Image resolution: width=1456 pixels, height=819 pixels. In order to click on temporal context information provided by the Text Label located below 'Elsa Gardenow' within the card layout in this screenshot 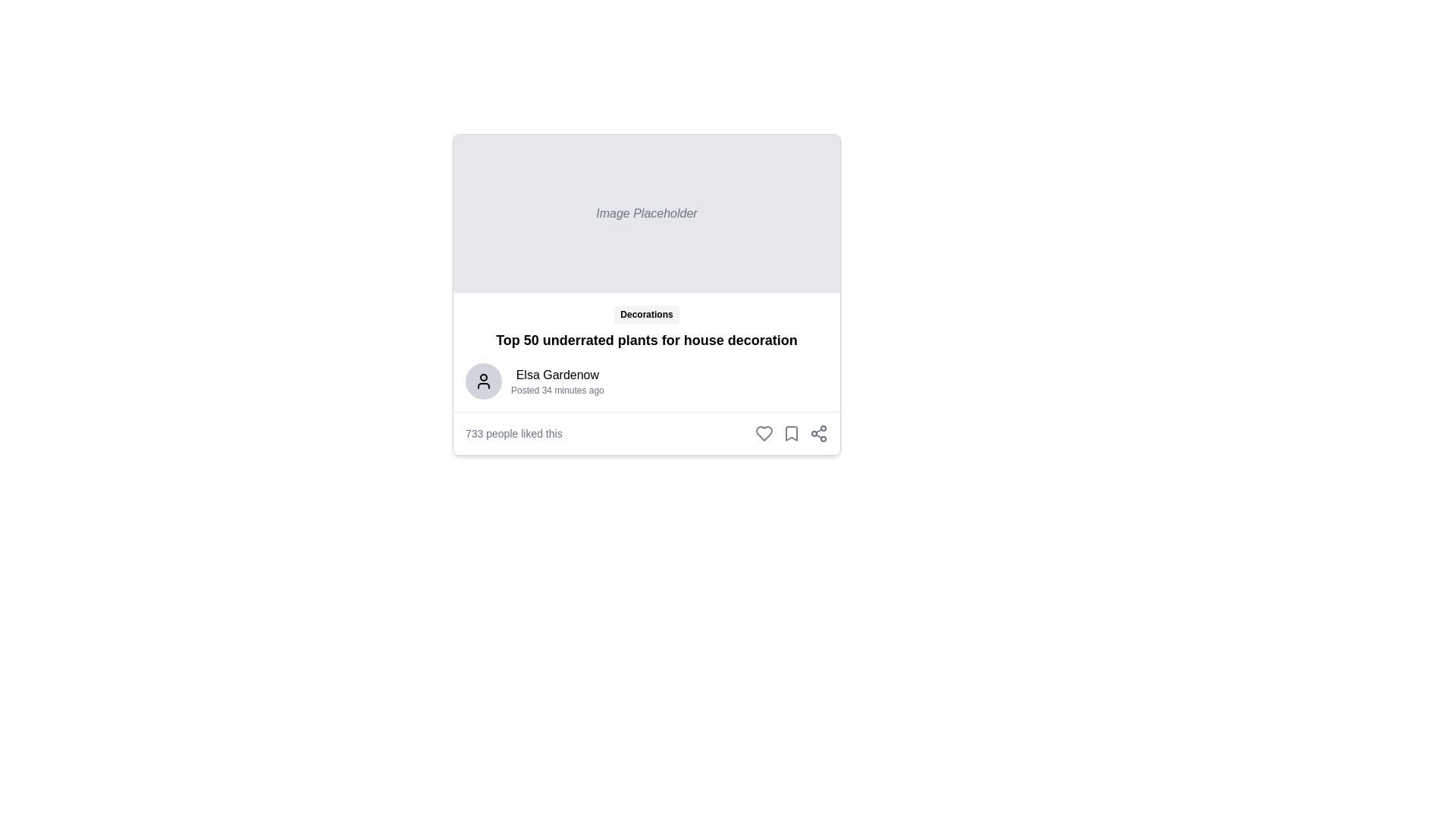, I will do `click(557, 390)`.